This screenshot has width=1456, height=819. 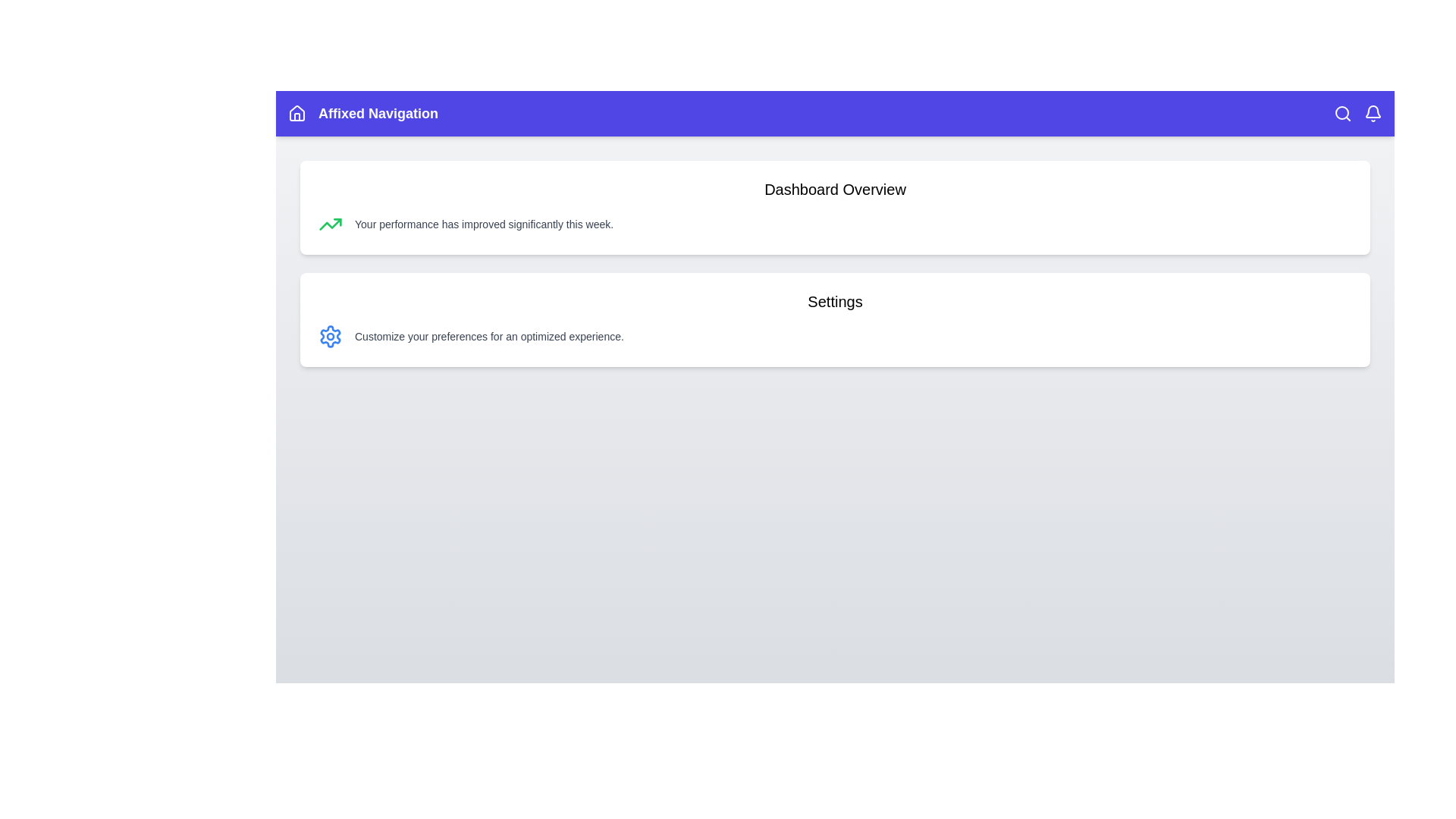 I want to click on the search IconButton located in the top-right corner of the interface to change its color, so click(x=1343, y=113).